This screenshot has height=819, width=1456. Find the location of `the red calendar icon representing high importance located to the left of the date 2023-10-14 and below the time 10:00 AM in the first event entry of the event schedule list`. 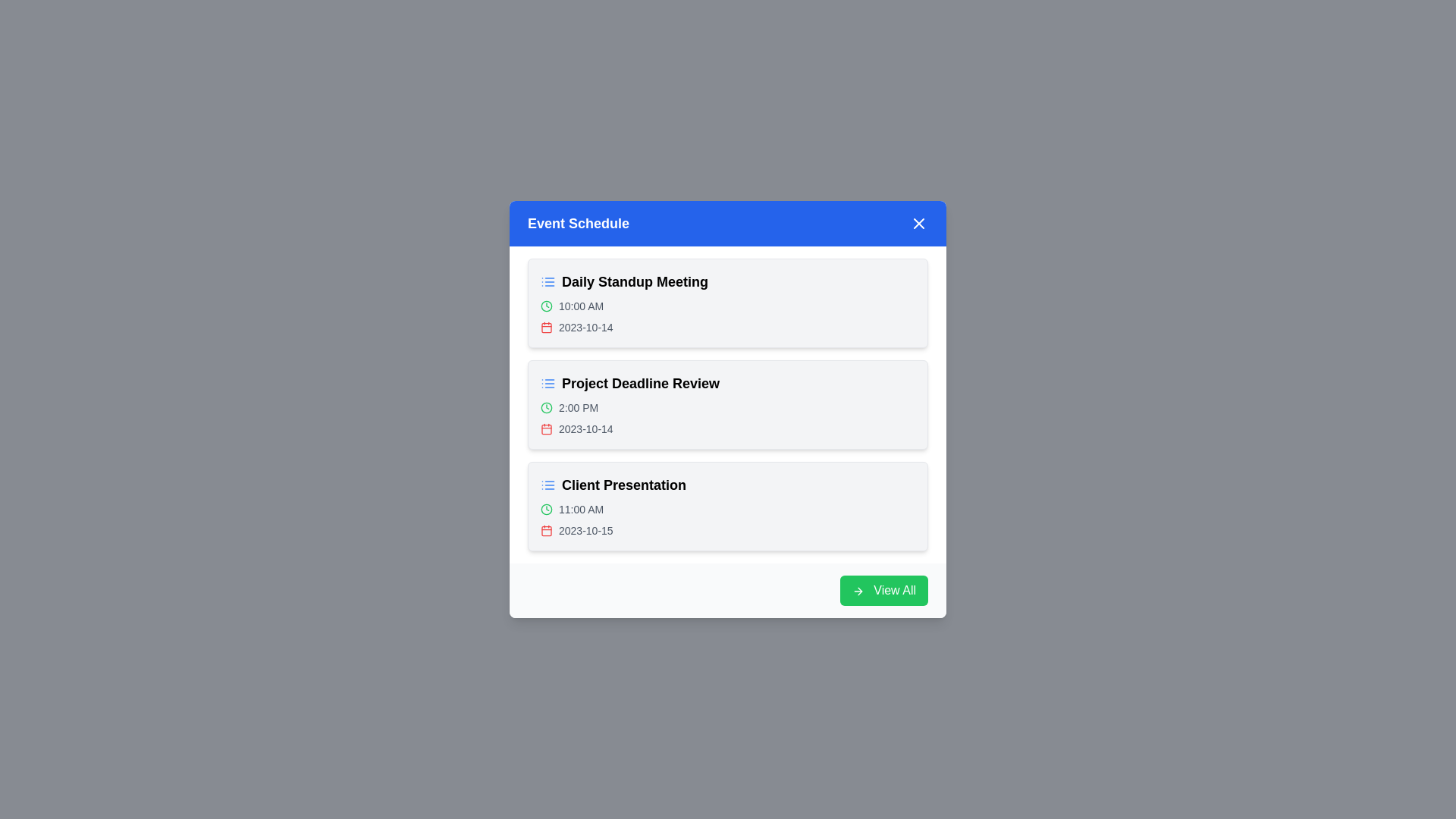

the red calendar icon representing high importance located to the left of the date 2023-10-14 and below the time 10:00 AM in the first event entry of the event schedule list is located at coordinates (546, 327).